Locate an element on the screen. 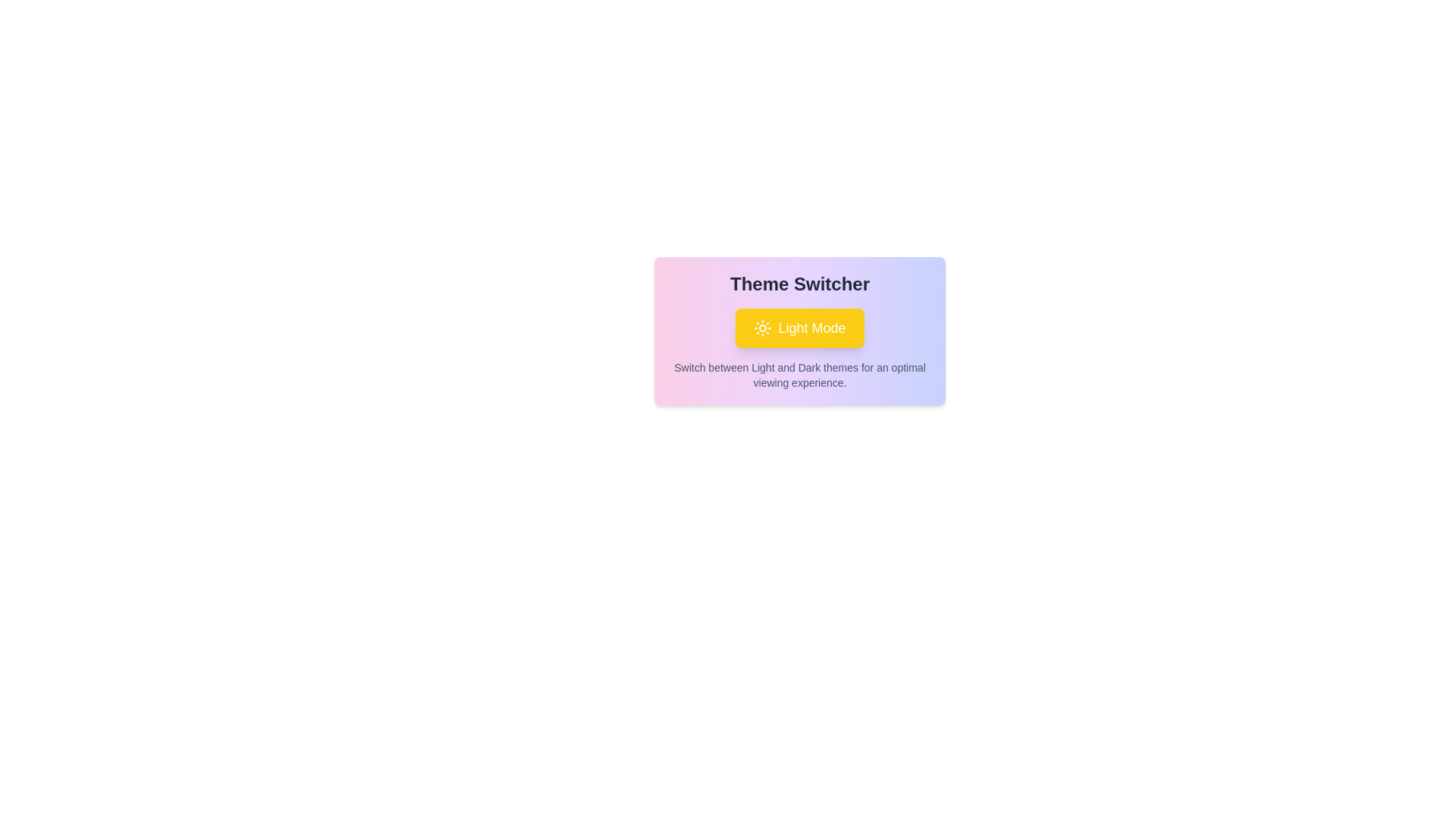 Image resolution: width=1456 pixels, height=819 pixels. the theme toggle button to switch between light and dark themes is located at coordinates (799, 327).